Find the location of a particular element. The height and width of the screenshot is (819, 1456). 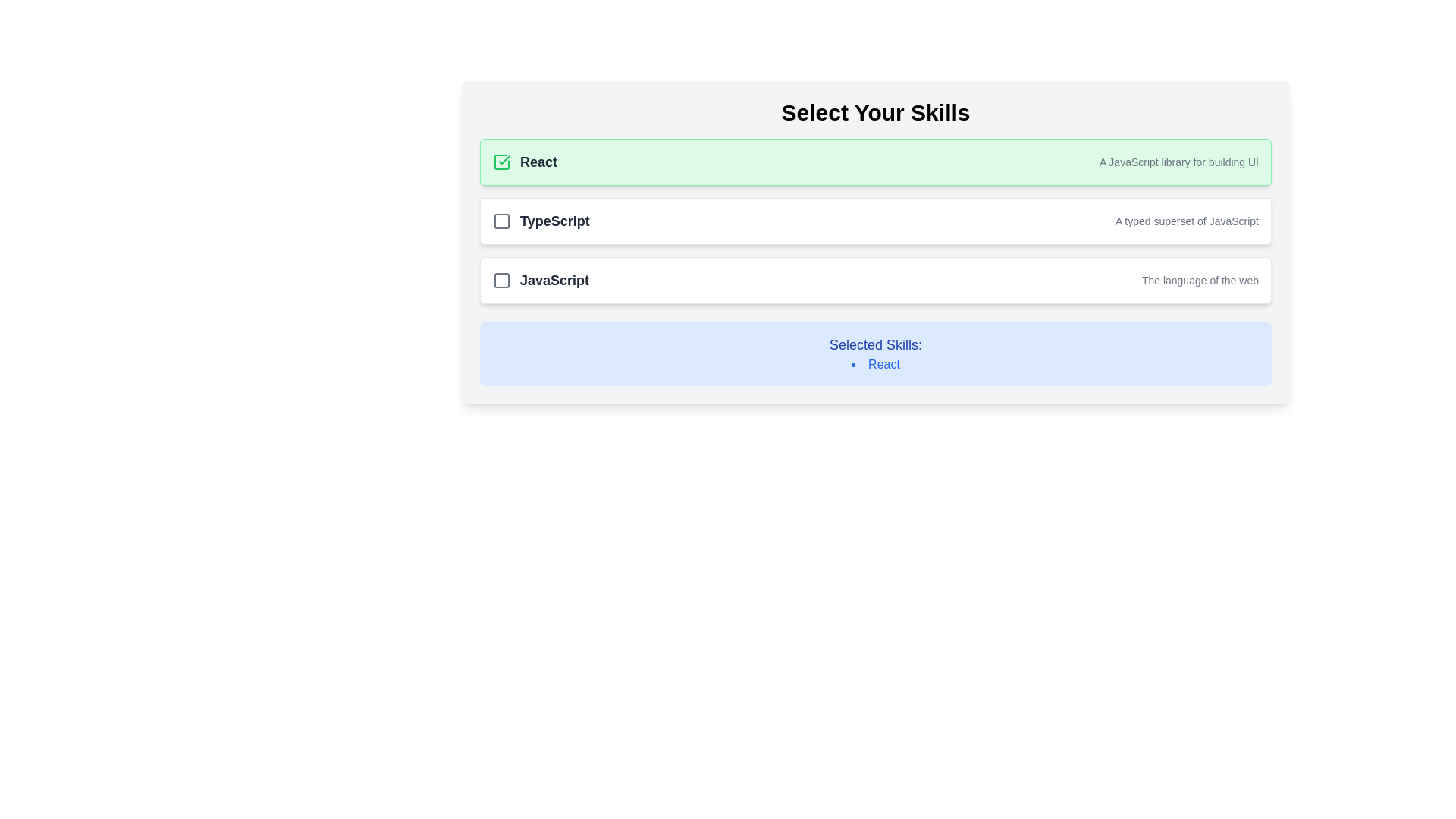

to toggle the checkbox for the 'TypeScript' option located in the second list item of the skills selection section is located at coordinates (502, 221).